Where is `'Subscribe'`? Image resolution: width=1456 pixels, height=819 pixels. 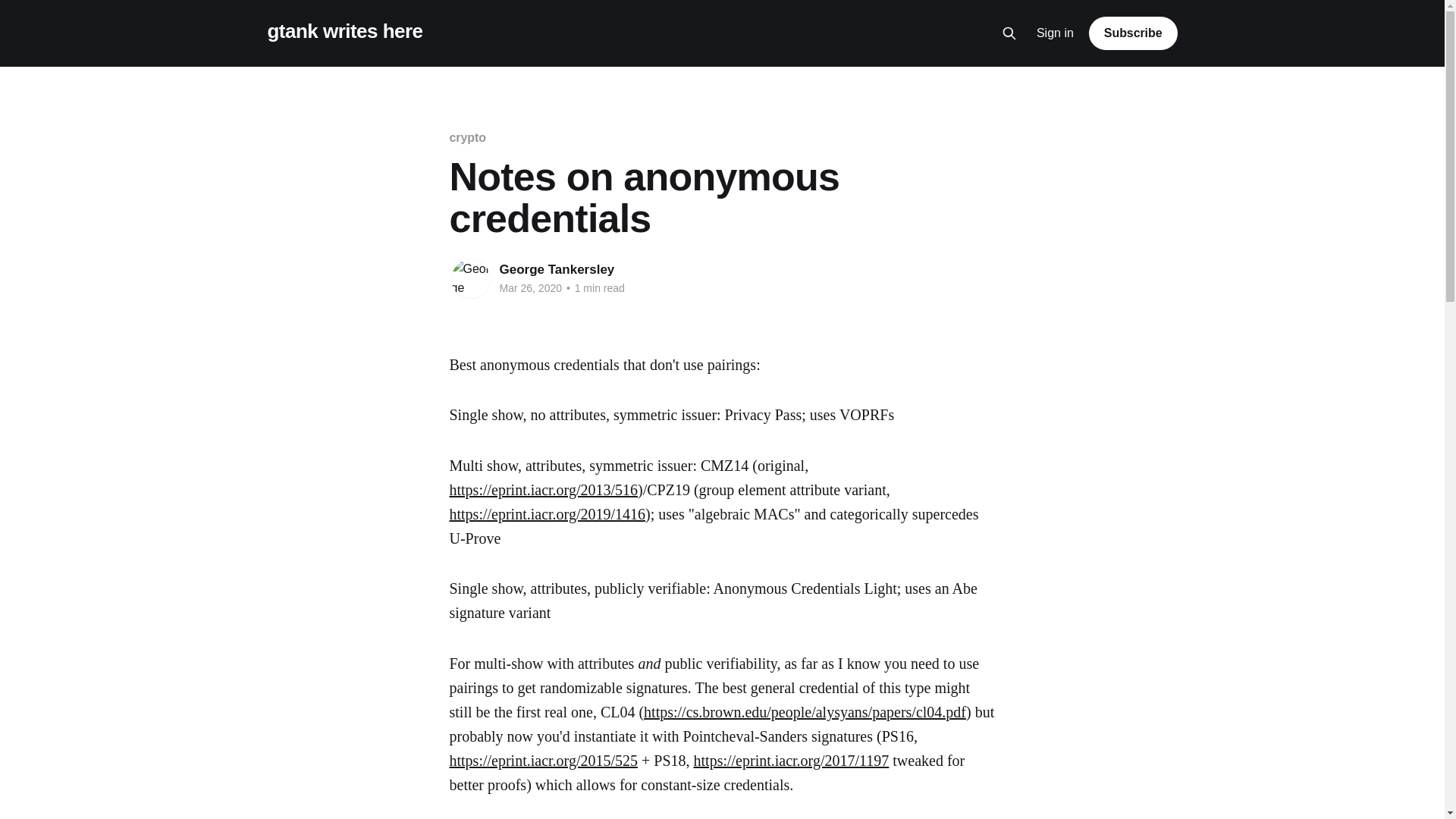 'Subscribe' is located at coordinates (1087, 33).